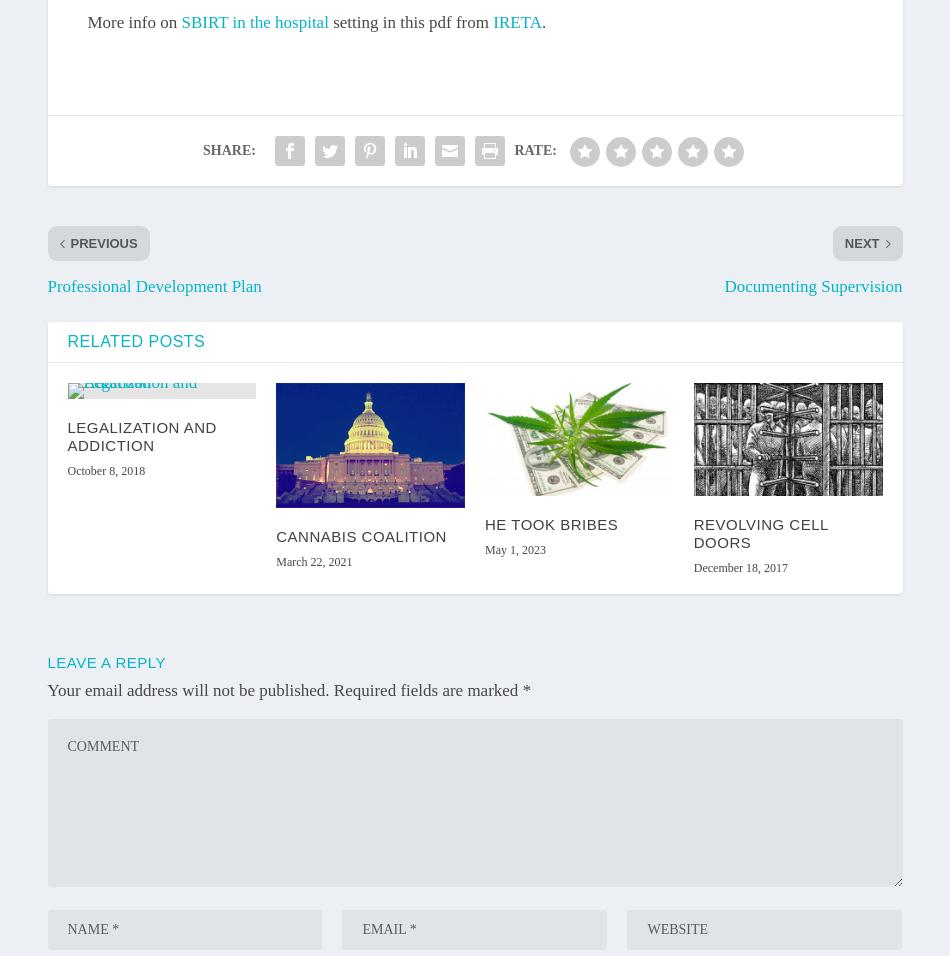 The width and height of the screenshot is (950, 956). Describe the element at coordinates (426, 689) in the screenshot. I see `'Required fields are marked'` at that location.